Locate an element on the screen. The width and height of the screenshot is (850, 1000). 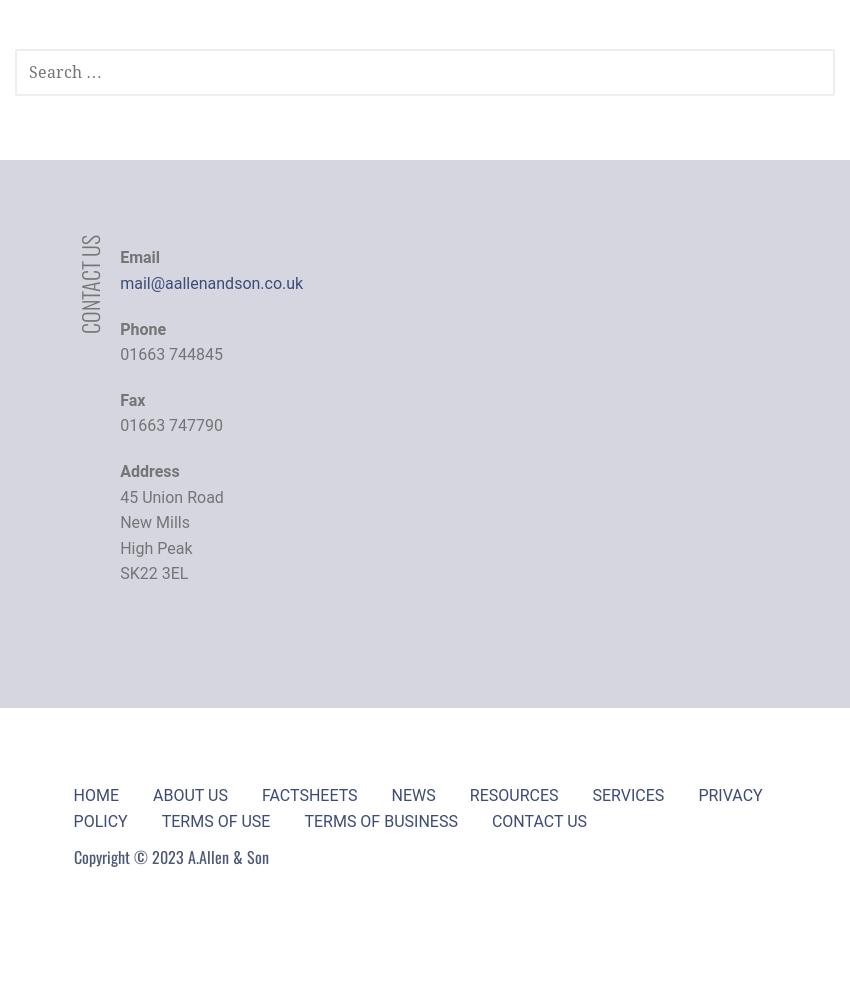
'01663 747790' is located at coordinates (119, 425).